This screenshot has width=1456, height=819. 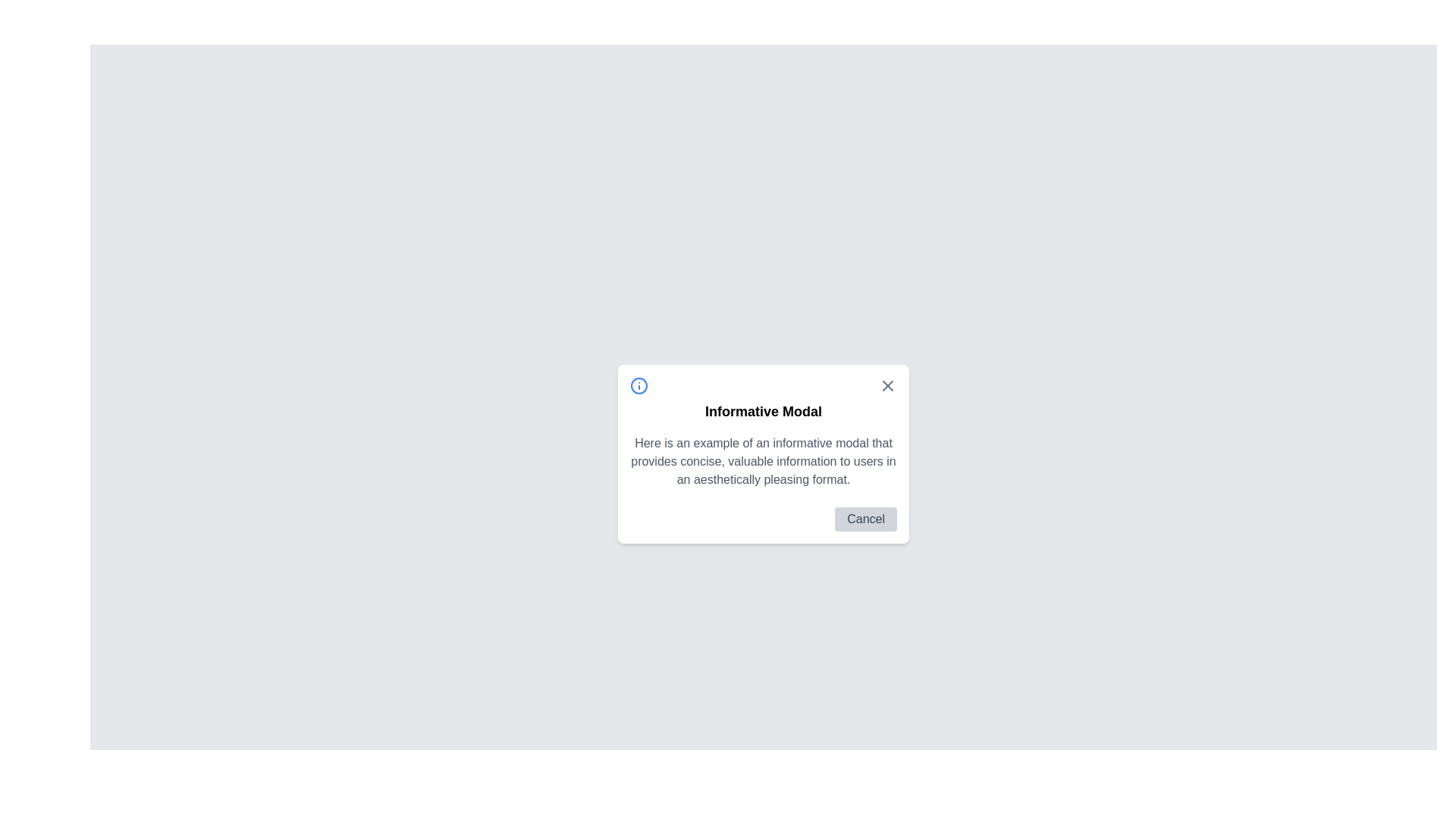 What do you see at coordinates (888, 385) in the screenshot?
I see `the gray 'X' icon button in the upper-right corner of the modal dialog to trigger the hover effect, which changes its color to a darker gray` at bounding box center [888, 385].